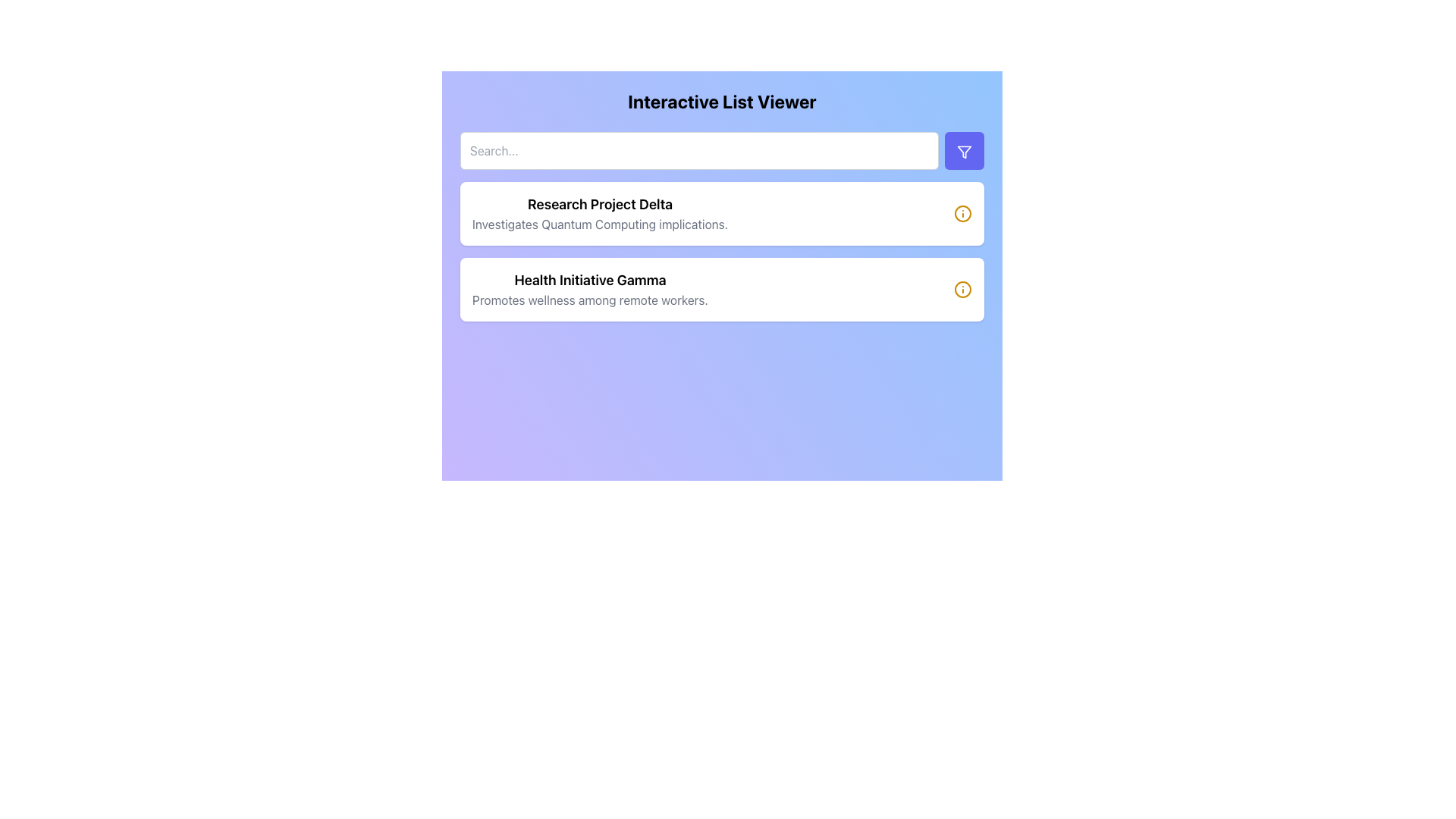 Image resolution: width=1456 pixels, height=819 pixels. What do you see at coordinates (964, 152) in the screenshot?
I see `the filter icon located in the top-right corner of the application interface` at bounding box center [964, 152].